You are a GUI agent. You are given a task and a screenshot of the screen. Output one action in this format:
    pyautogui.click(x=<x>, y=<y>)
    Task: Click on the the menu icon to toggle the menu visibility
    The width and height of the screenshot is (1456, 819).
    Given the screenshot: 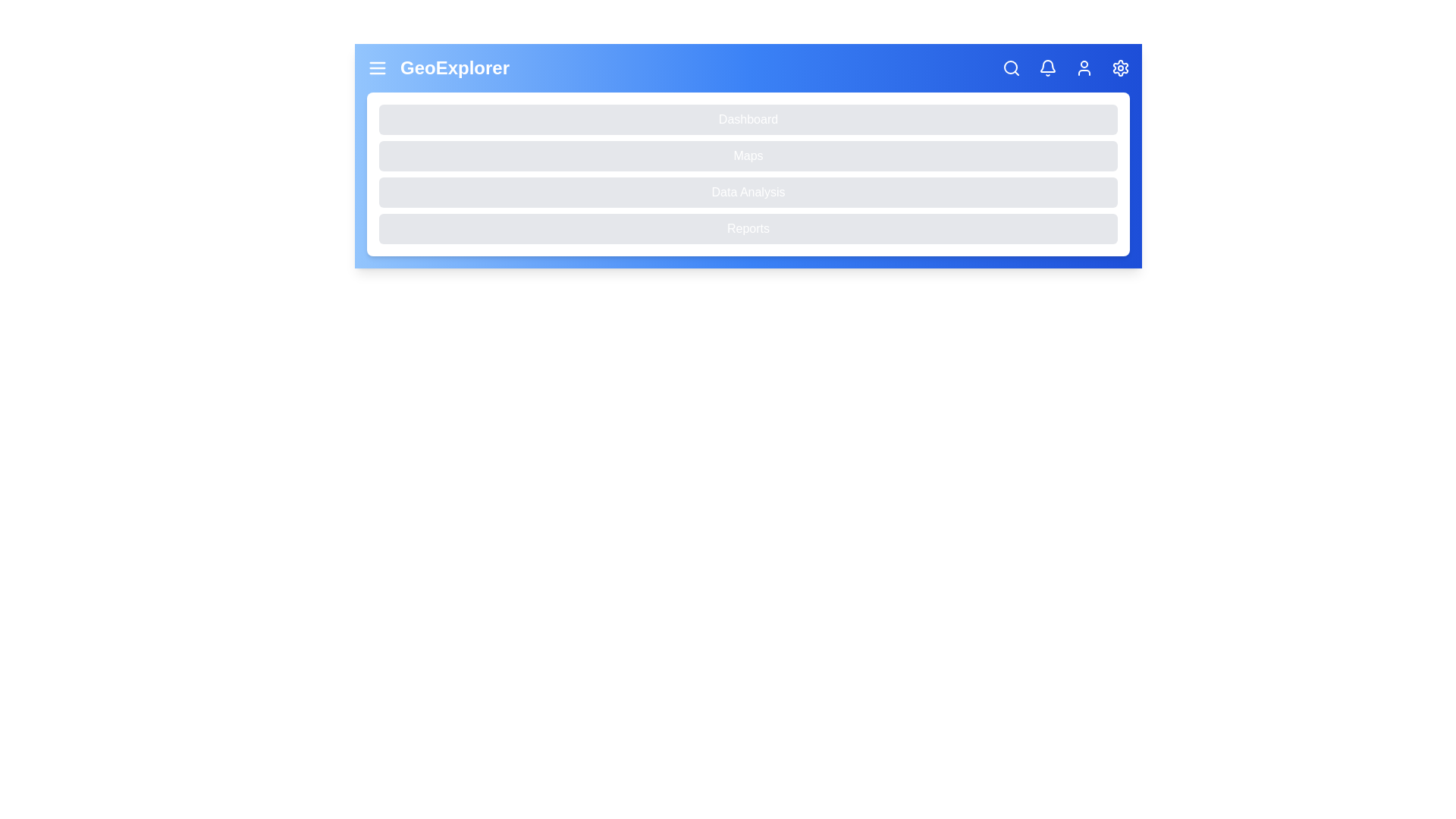 What is the action you would take?
    pyautogui.click(x=378, y=67)
    